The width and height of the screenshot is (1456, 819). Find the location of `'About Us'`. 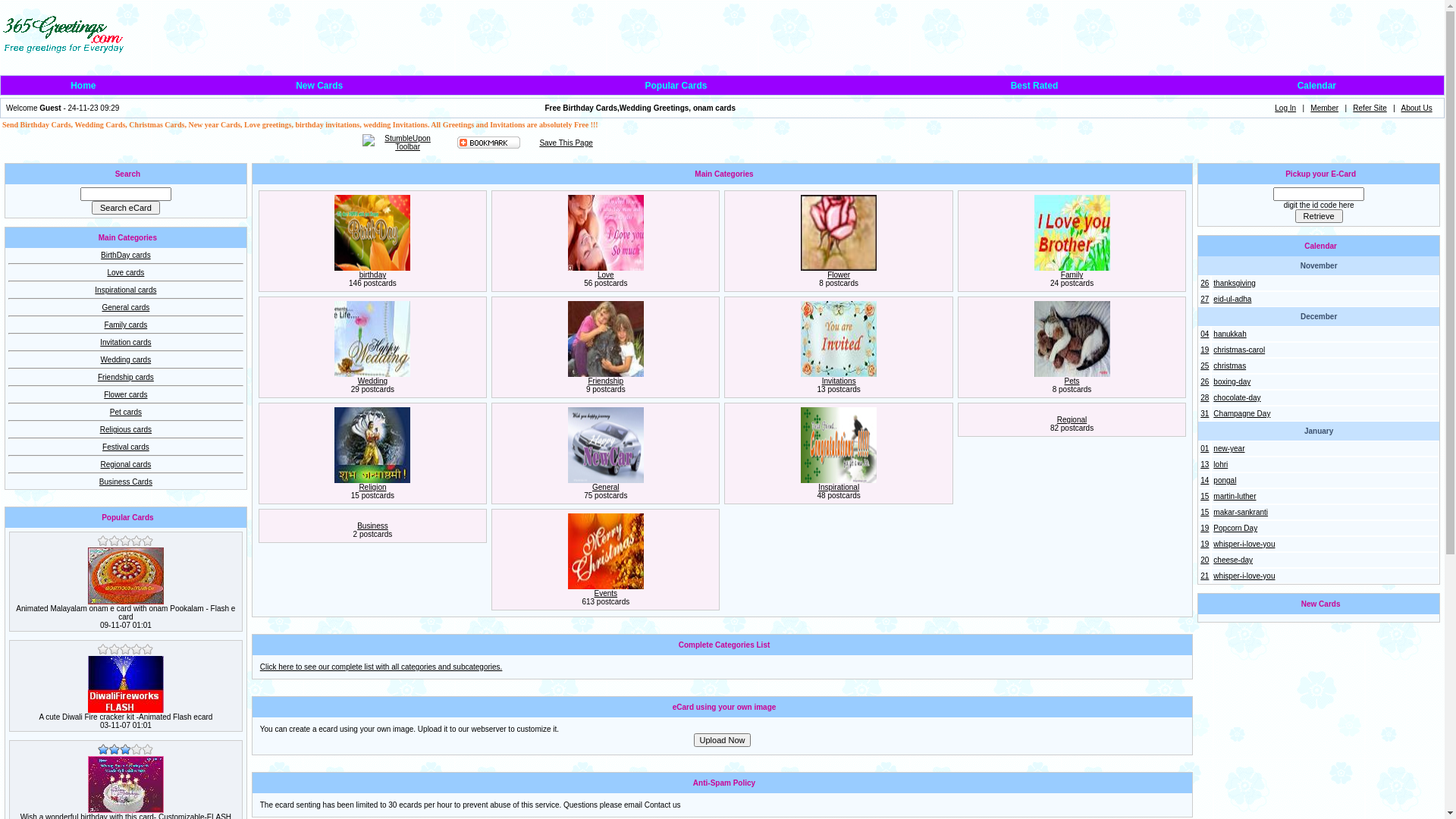

'About Us' is located at coordinates (1401, 107).